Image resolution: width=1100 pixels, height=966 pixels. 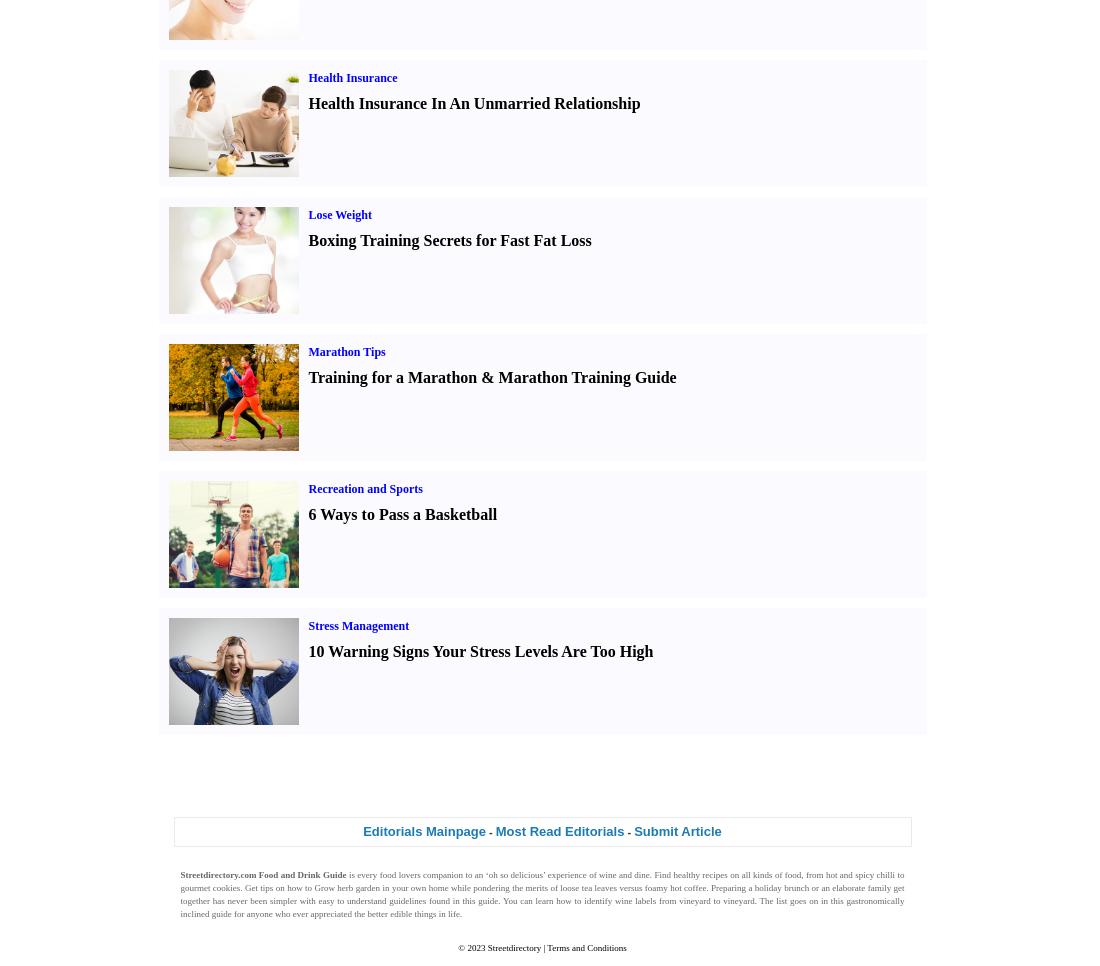 What do you see at coordinates (392, 375) in the screenshot?
I see `'Training for a Marathon'` at bounding box center [392, 375].